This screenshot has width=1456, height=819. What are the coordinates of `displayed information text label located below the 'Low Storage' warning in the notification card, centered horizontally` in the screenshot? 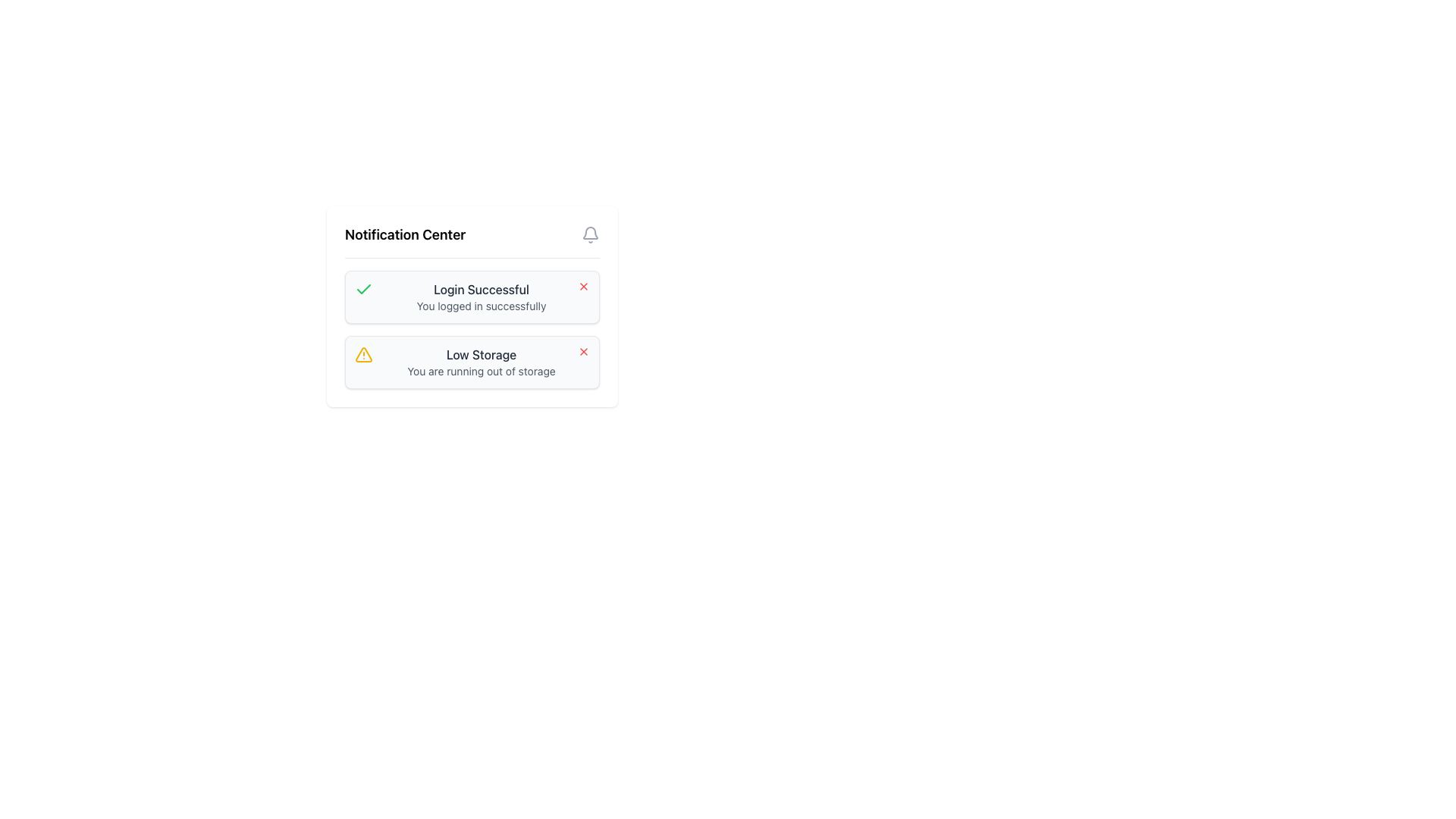 It's located at (480, 371).